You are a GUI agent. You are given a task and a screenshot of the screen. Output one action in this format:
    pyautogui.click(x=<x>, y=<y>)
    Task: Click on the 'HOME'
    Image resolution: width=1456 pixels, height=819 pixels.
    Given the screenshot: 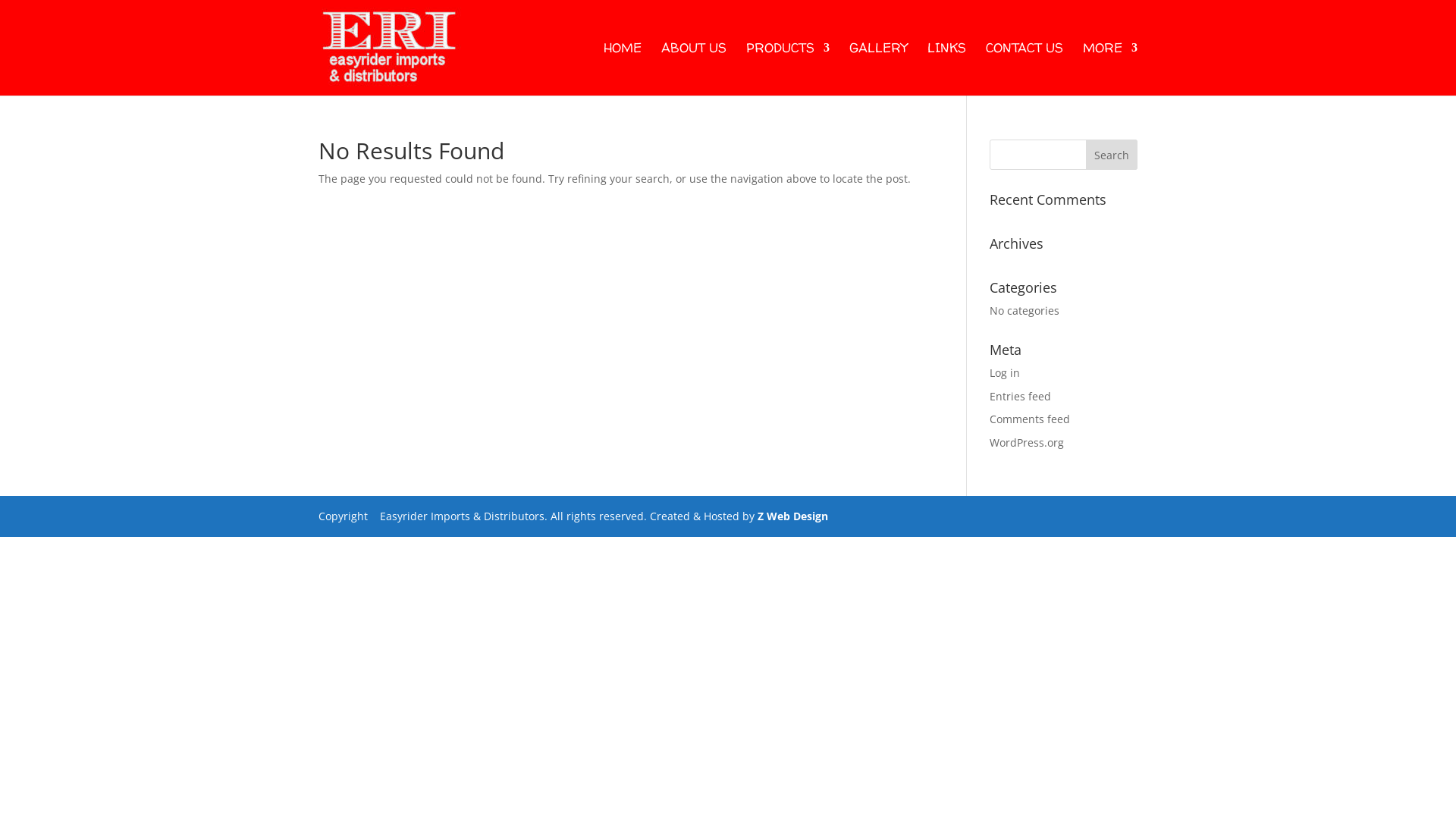 What is the action you would take?
    pyautogui.click(x=622, y=69)
    